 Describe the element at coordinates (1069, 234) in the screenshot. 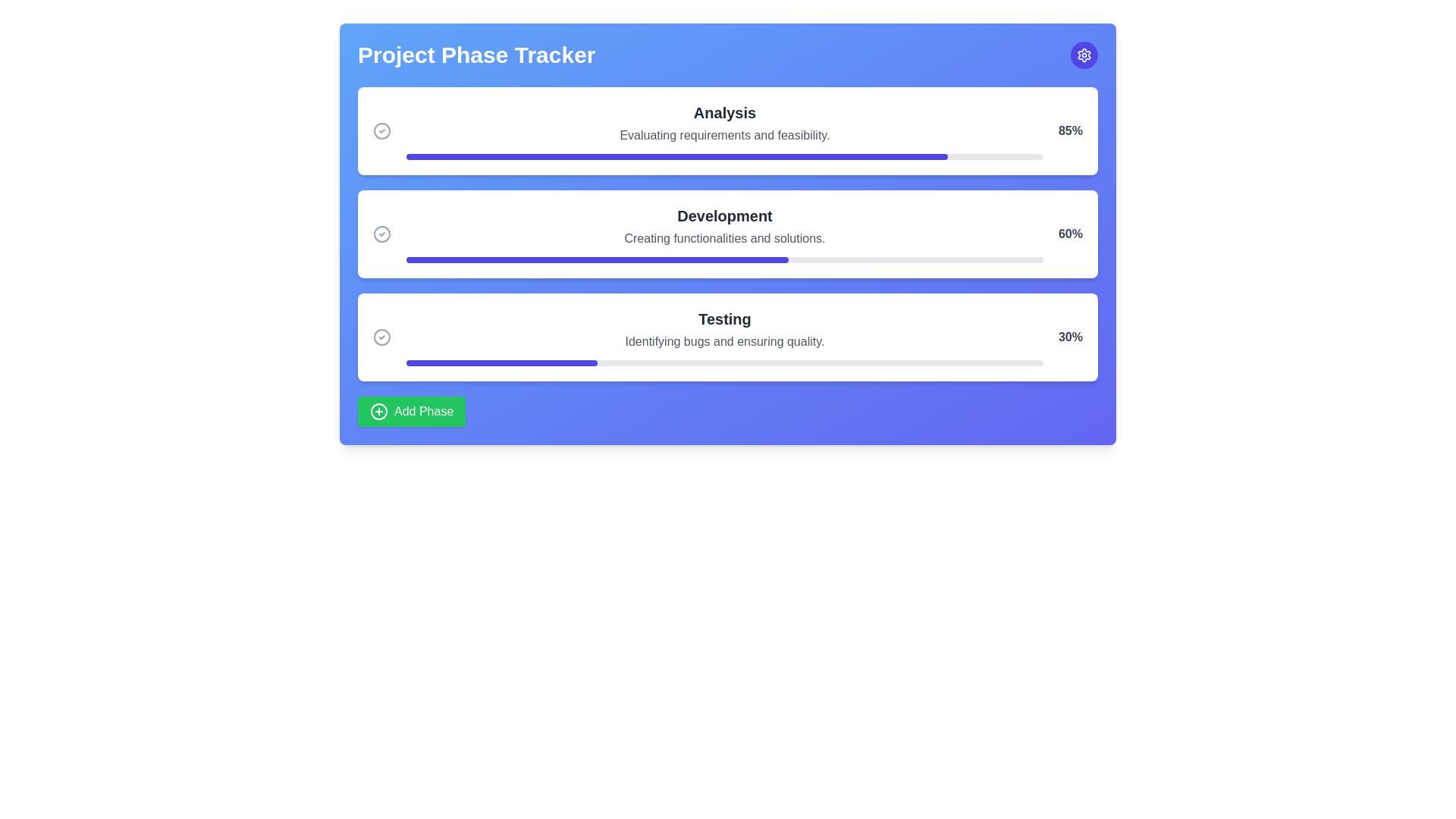

I see `text displayed in the progress label for the 'Development' task, located in the rightmost portion of the 'Development' progress card` at that location.